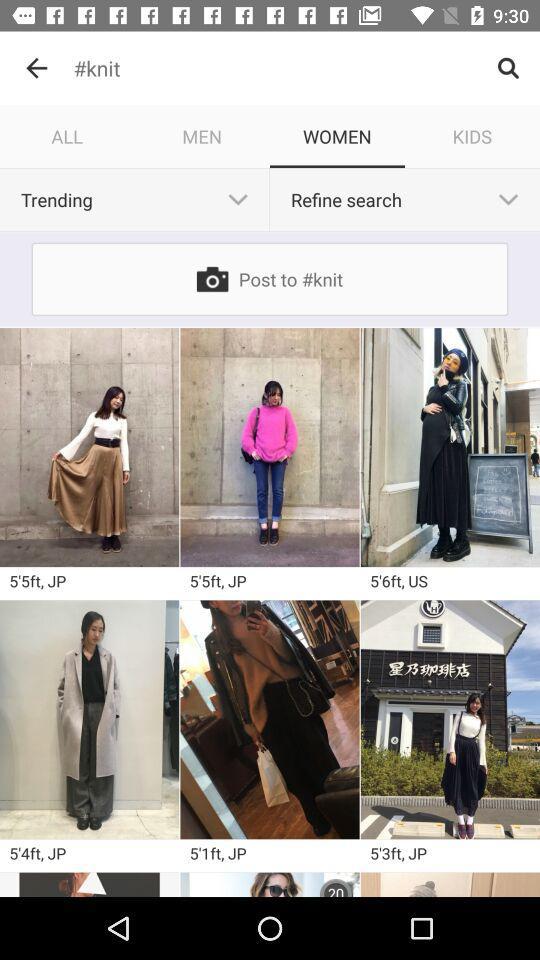  I want to click on different dresses in different scenes, so click(450, 447).